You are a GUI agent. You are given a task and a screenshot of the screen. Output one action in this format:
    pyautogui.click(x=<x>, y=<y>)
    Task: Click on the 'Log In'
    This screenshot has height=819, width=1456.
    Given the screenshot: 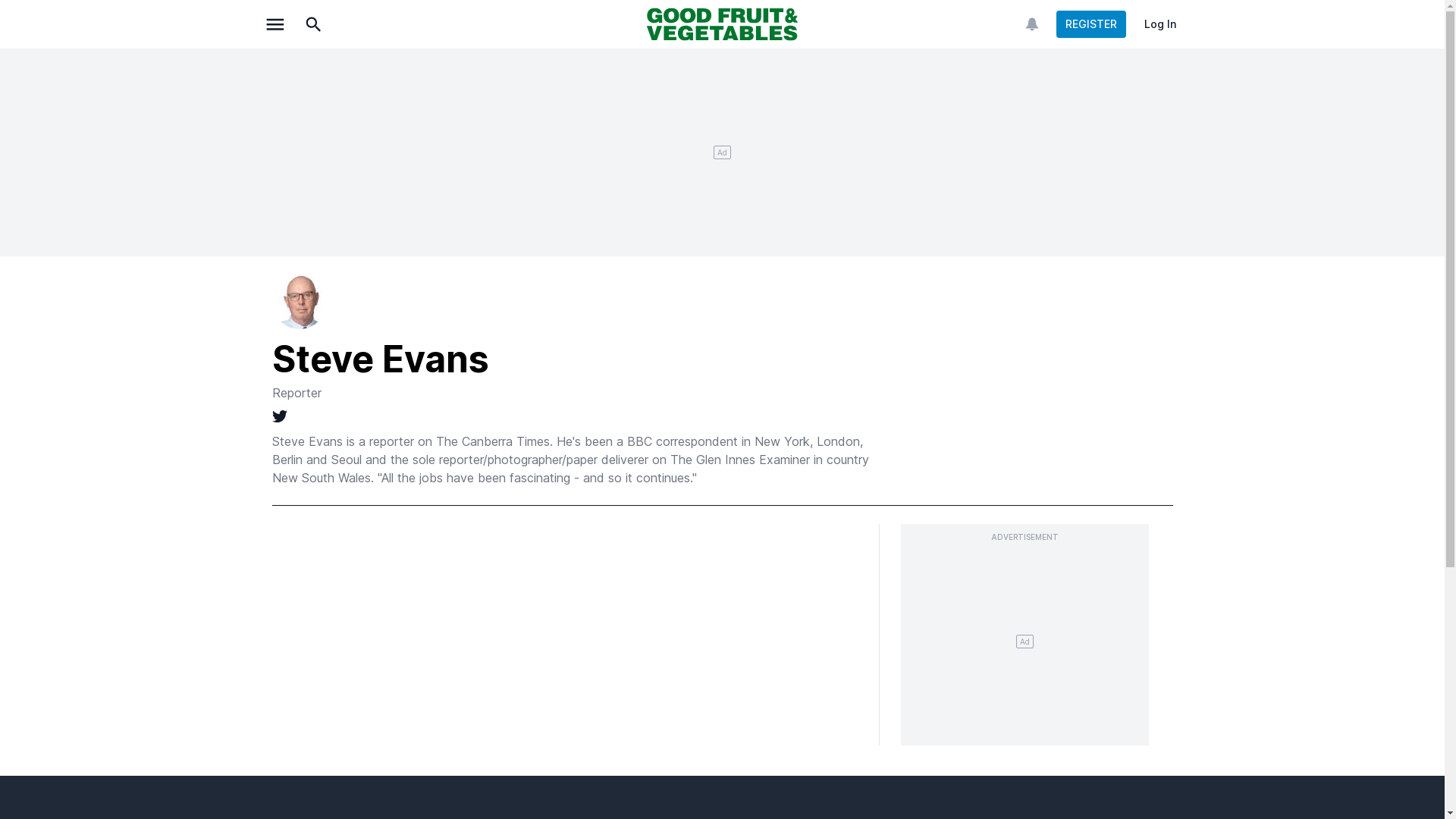 What is the action you would take?
    pyautogui.click(x=1159, y=24)
    